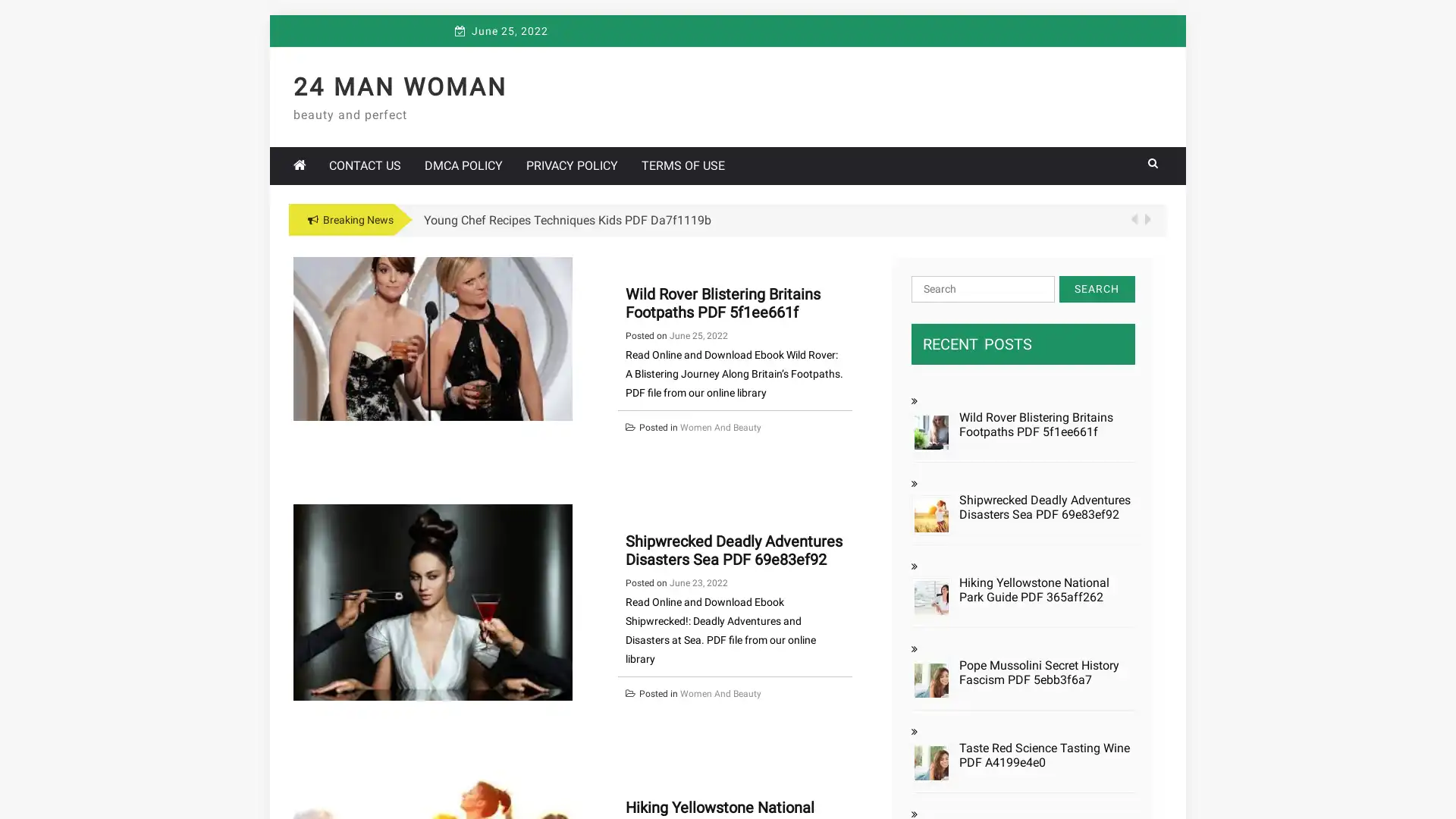 This screenshot has height=819, width=1456. Describe the element at coordinates (1096, 288) in the screenshot. I see `Search` at that location.